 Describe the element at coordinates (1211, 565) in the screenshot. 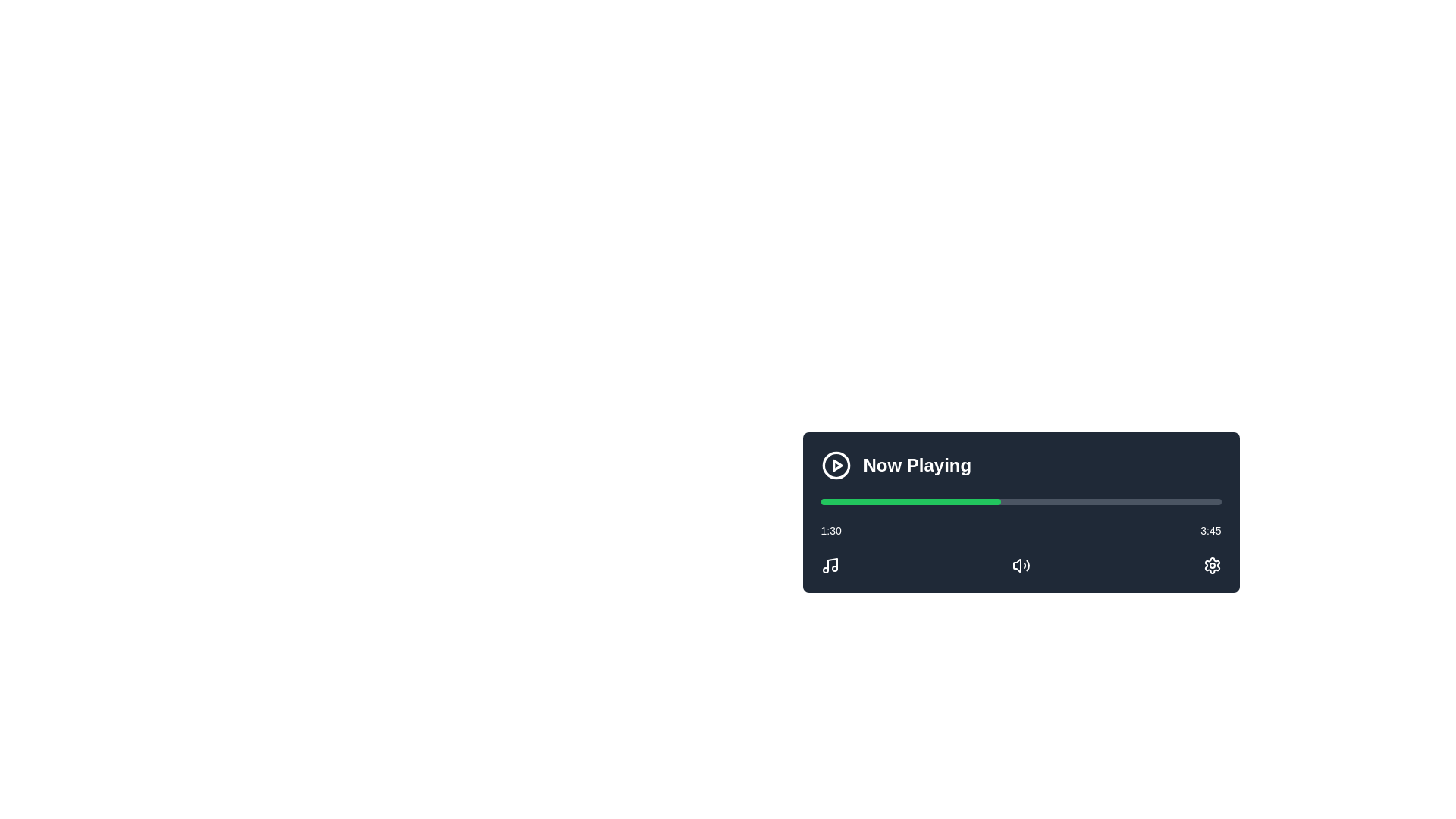

I see `the settings icon button located at the far-right side of the horizontal icon set` at that location.